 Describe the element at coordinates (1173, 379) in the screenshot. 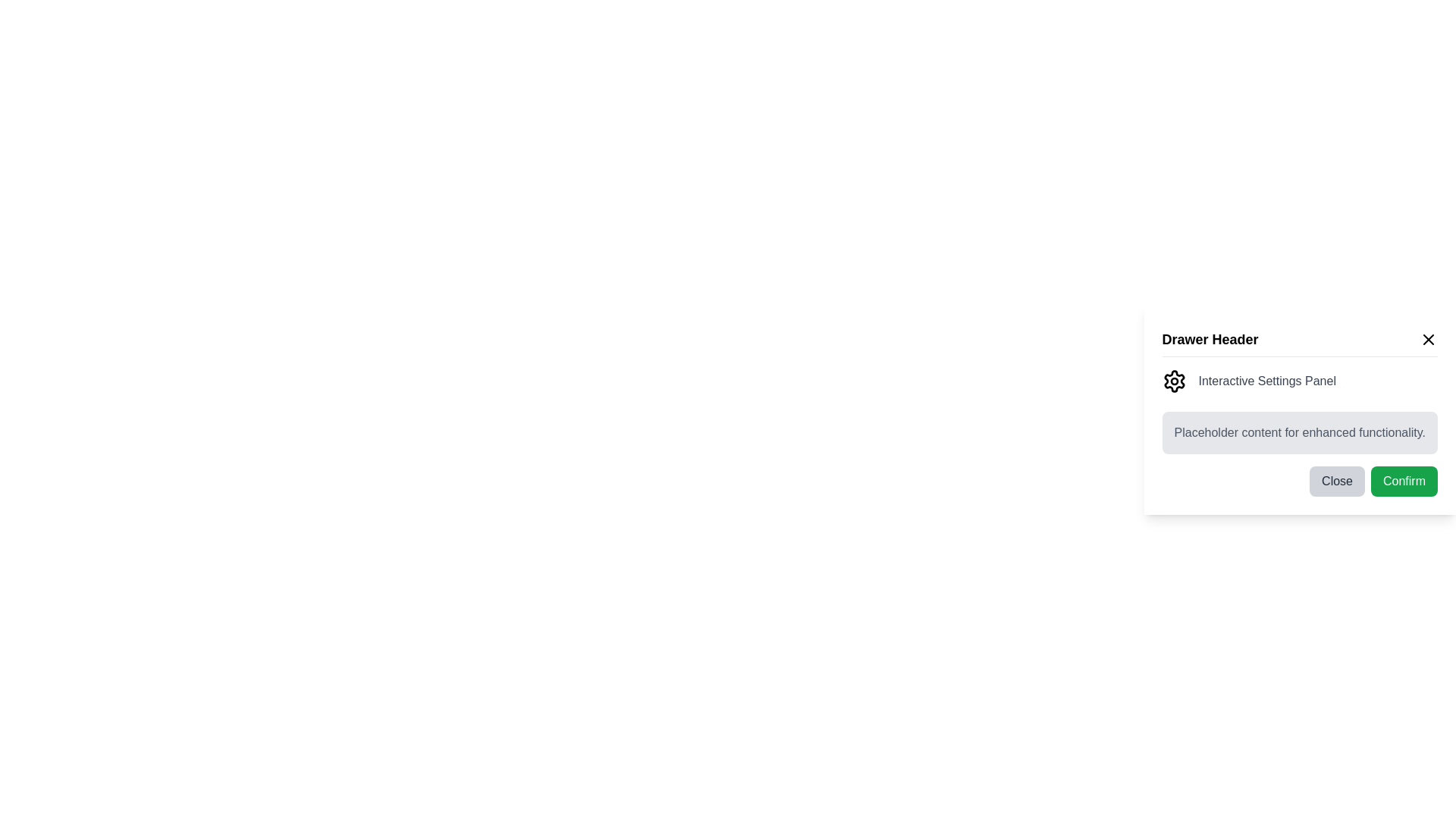

I see `the intricate cog icon located in the bottom right portion of the 'Interactive Settings Panel'` at that location.